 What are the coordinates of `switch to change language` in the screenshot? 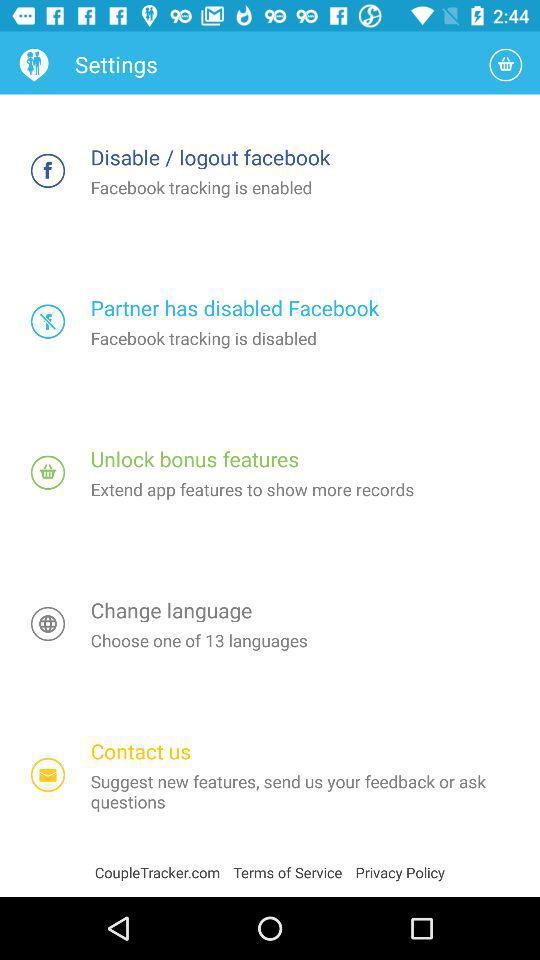 It's located at (48, 623).